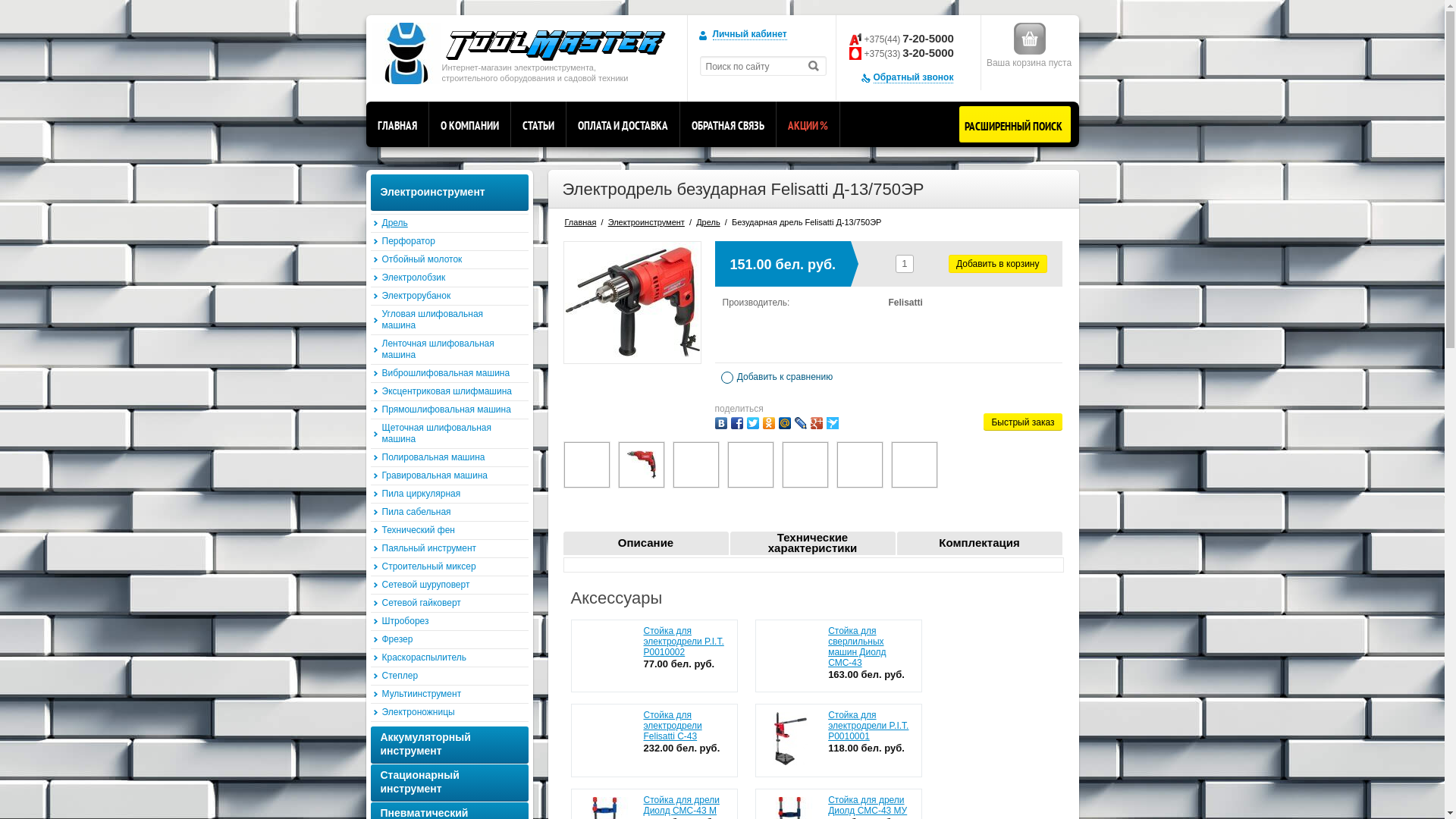  What do you see at coordinates (909, 37) in the screenshot?
I see `'+375(44)7-20-5000'` at bounding box center [909, 37].